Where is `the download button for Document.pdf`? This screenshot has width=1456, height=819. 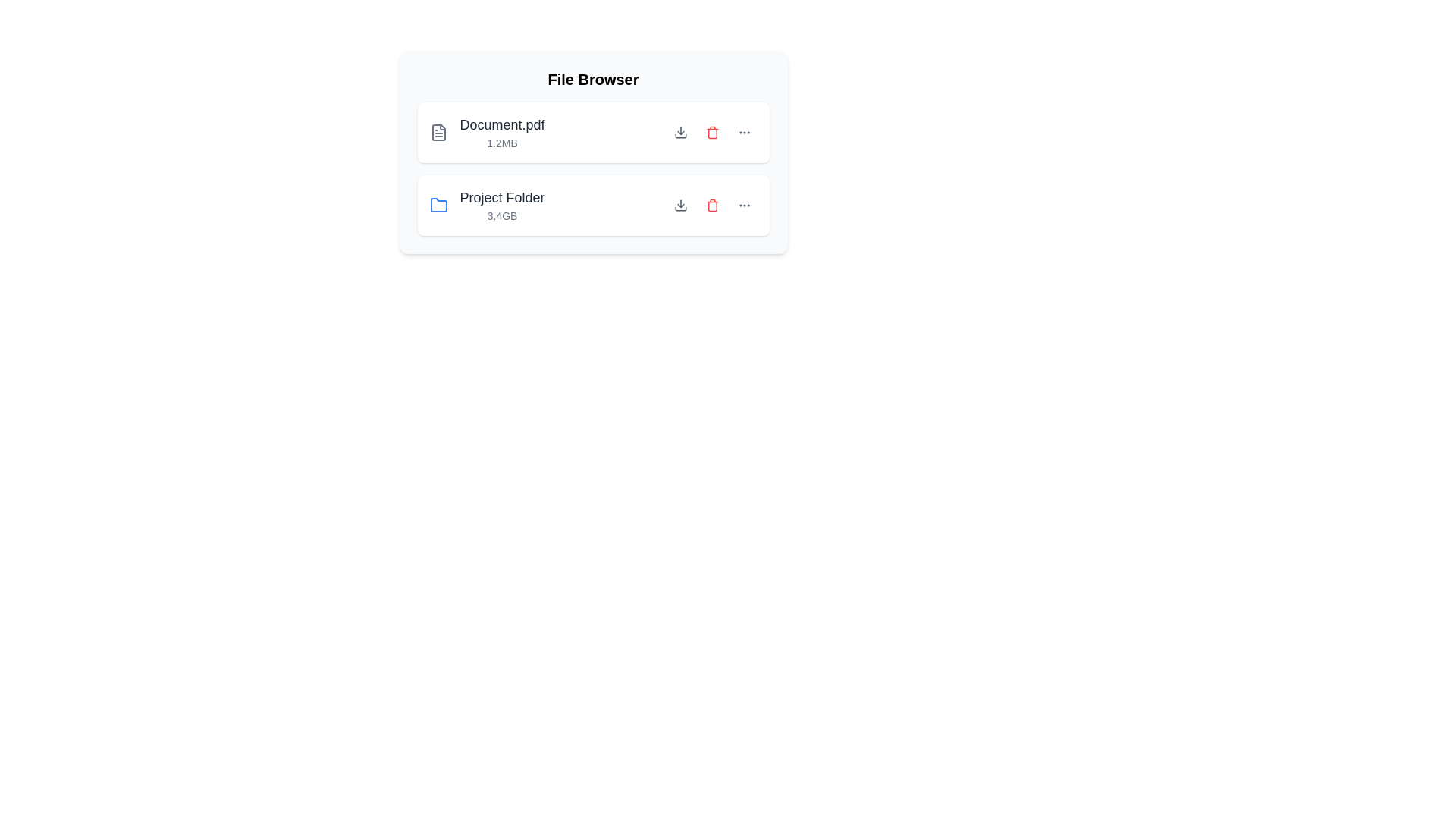 the download button for Document.pdf is located at coordinates (679, 131).